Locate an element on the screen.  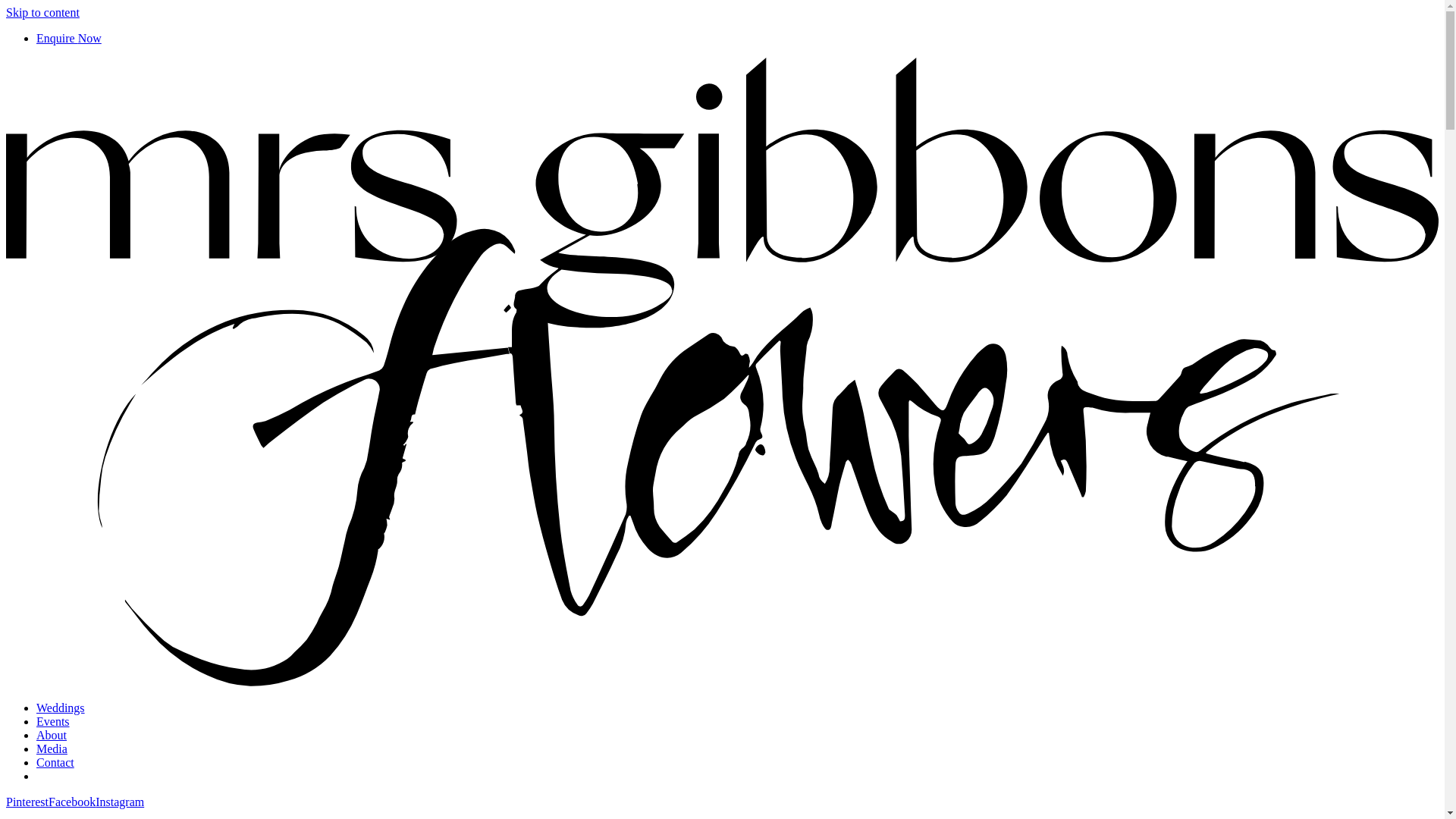
'Enquire Now' is located at coordinates (68, 37).